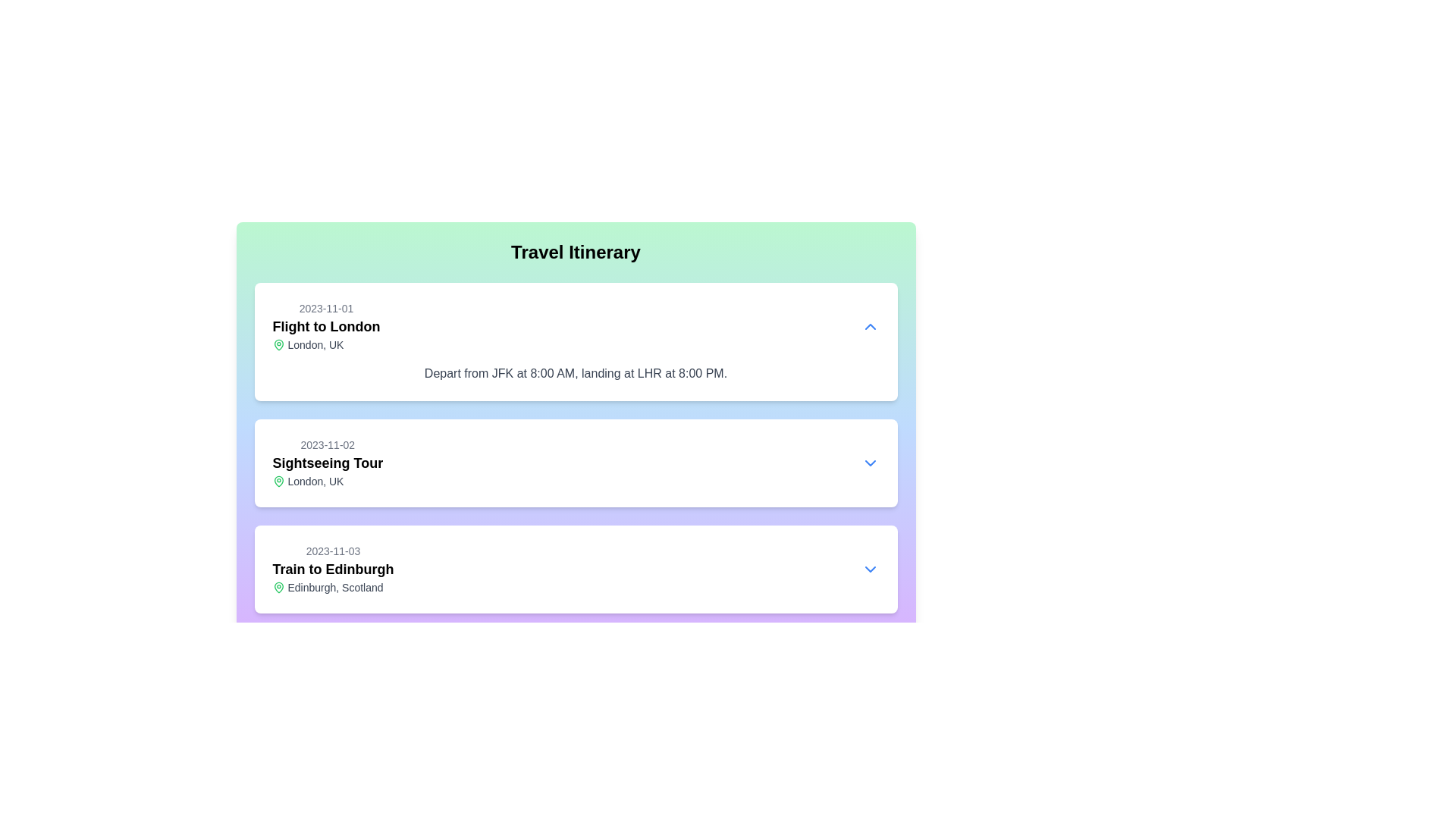 This screenshot has width=1456, height=819. What do you see at coordinates (575, 570) in the screenshot?
I see `the information displayed in the travel itinerary segment containing the date '2023-11-03', title 'Train to Edinburgh', and location 'Edinburgh, Scotland'` at bounding box center [575, 570].